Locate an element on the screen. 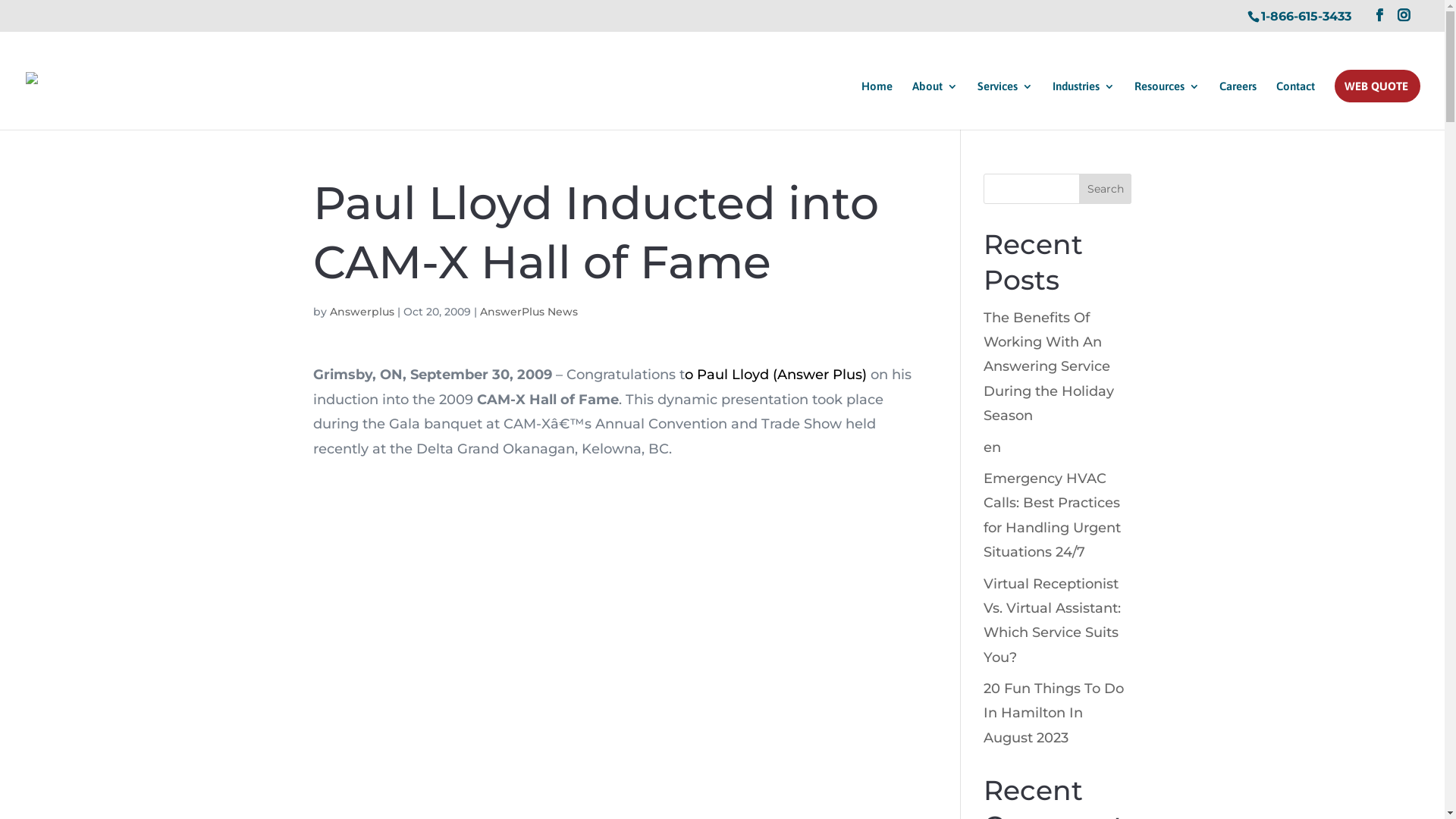 Image resolution: width=1456 pixels, height=819 pixels. 'Answerplus' is located at coordinates (360, 311).